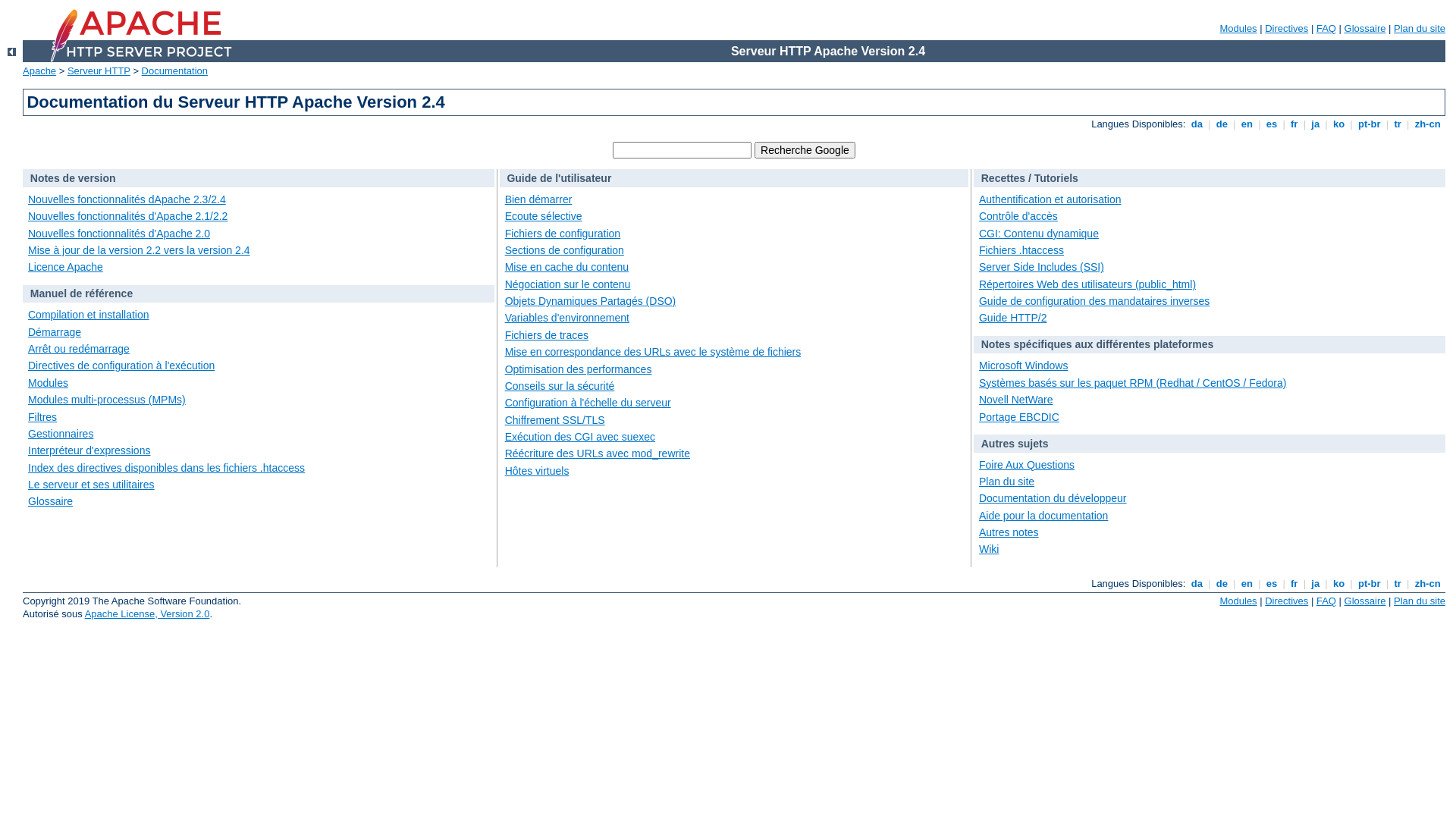 The image size is (1456, 819). Describe the element at coordinates (1238, 600) in the screenshot. I see `'Modules'` at that location.